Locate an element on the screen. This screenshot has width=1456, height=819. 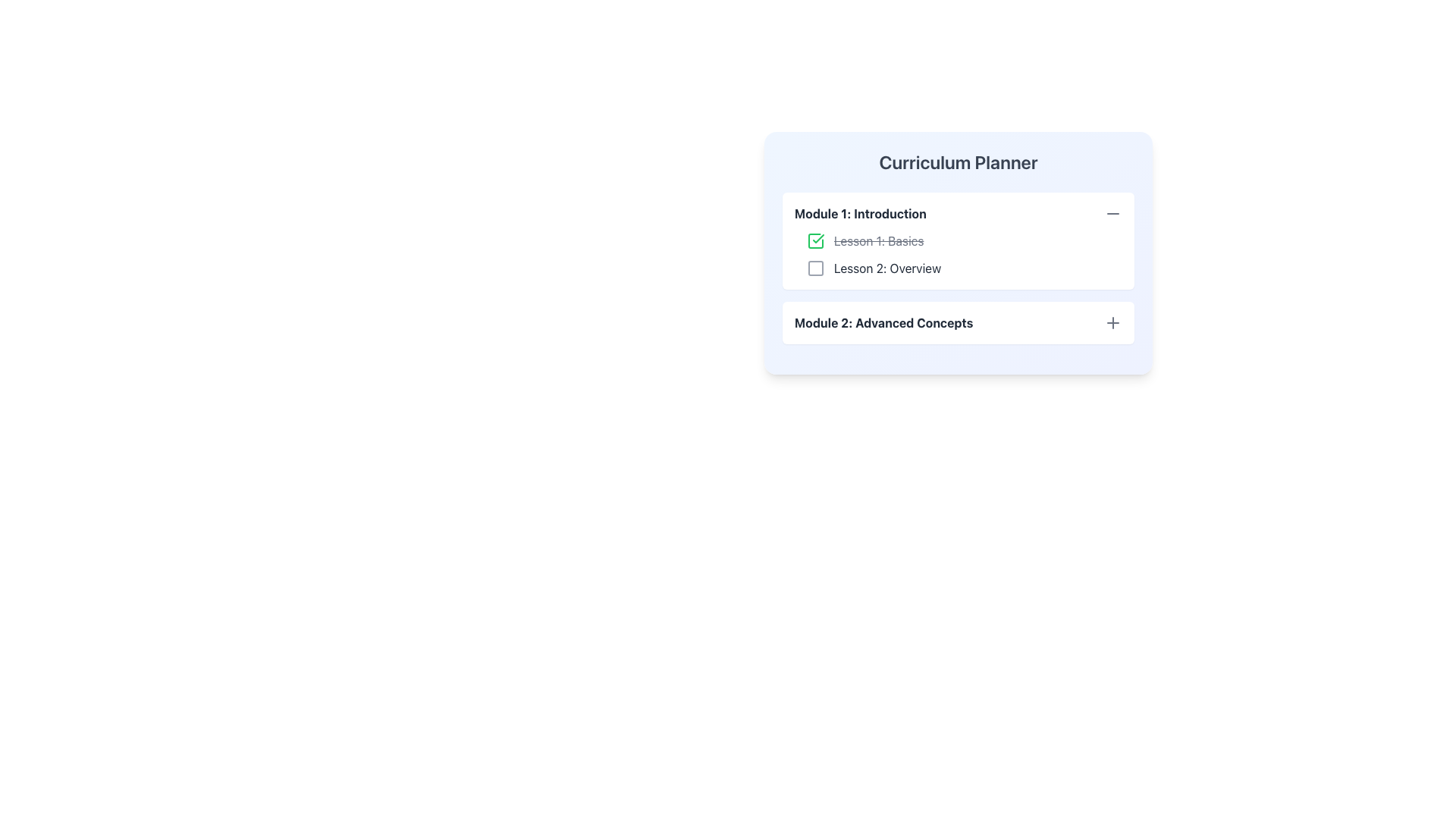
the square icon indicating state, located to the left of the text 'Lesson 2: Overview' in the 'Module 1: Introduction' section is located at coordinates (814, 268).